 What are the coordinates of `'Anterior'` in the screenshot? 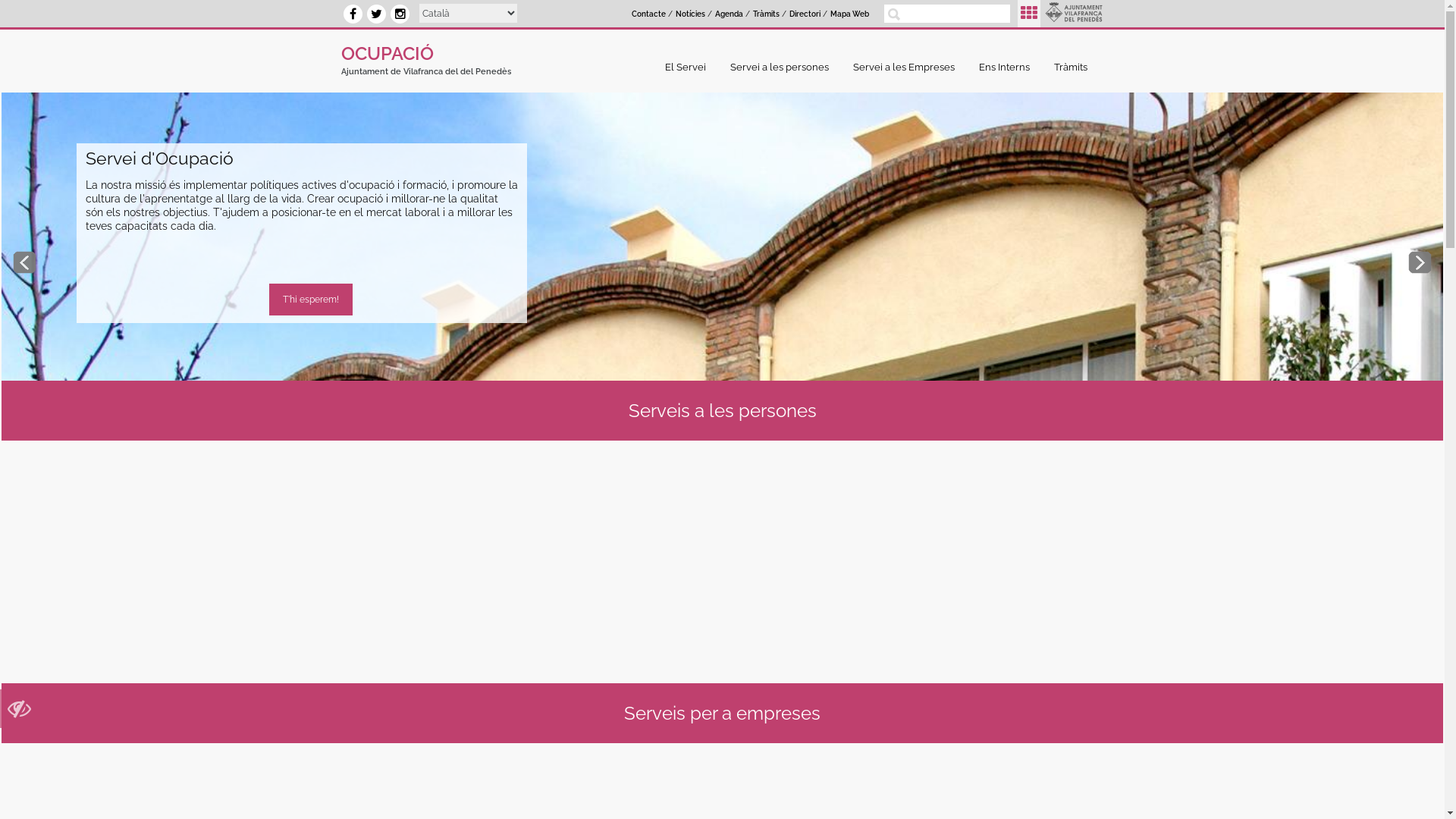 It's located at (24, 262).